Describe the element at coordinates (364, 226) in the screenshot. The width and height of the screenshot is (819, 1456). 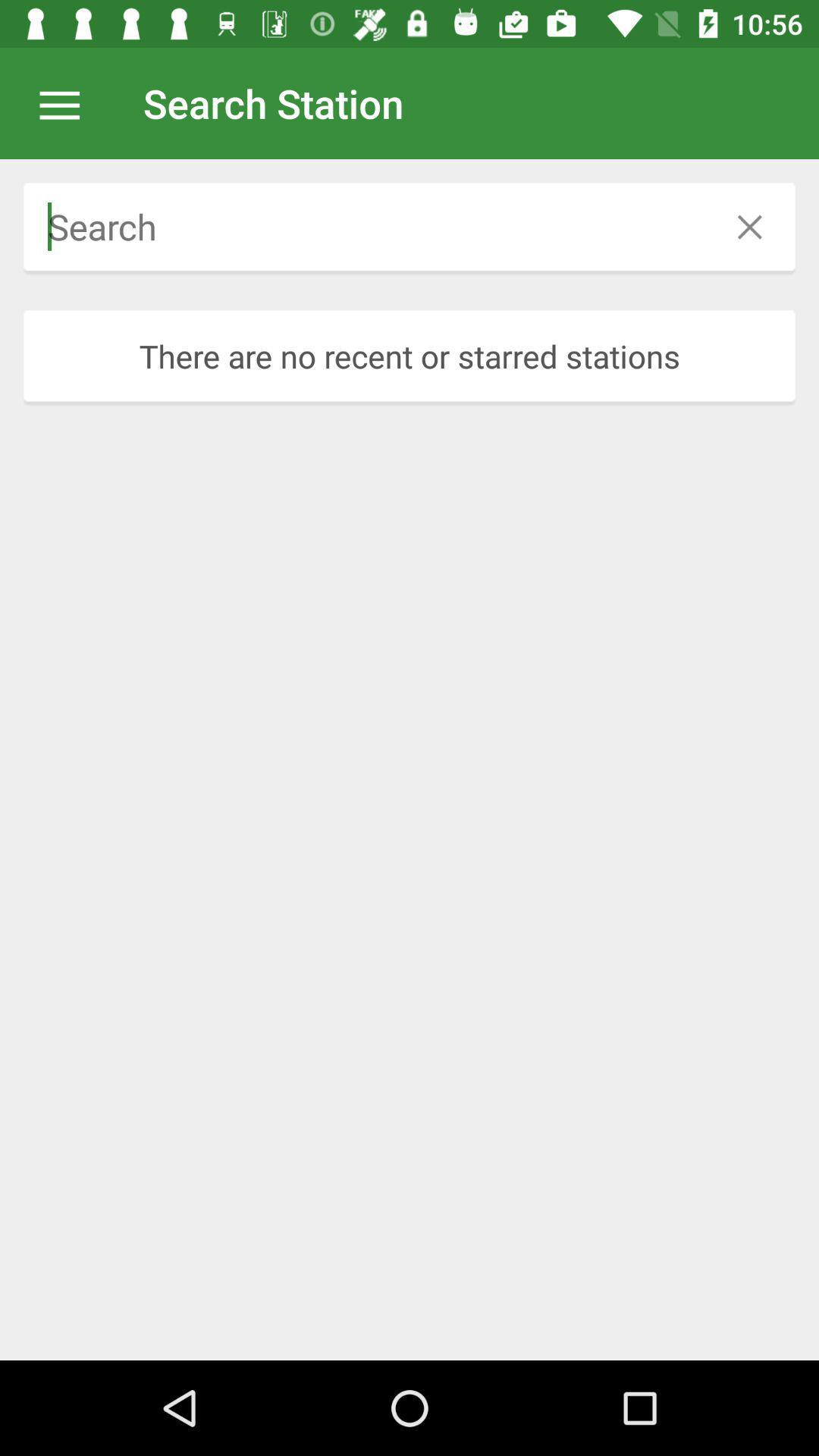
I see `search` at that location.